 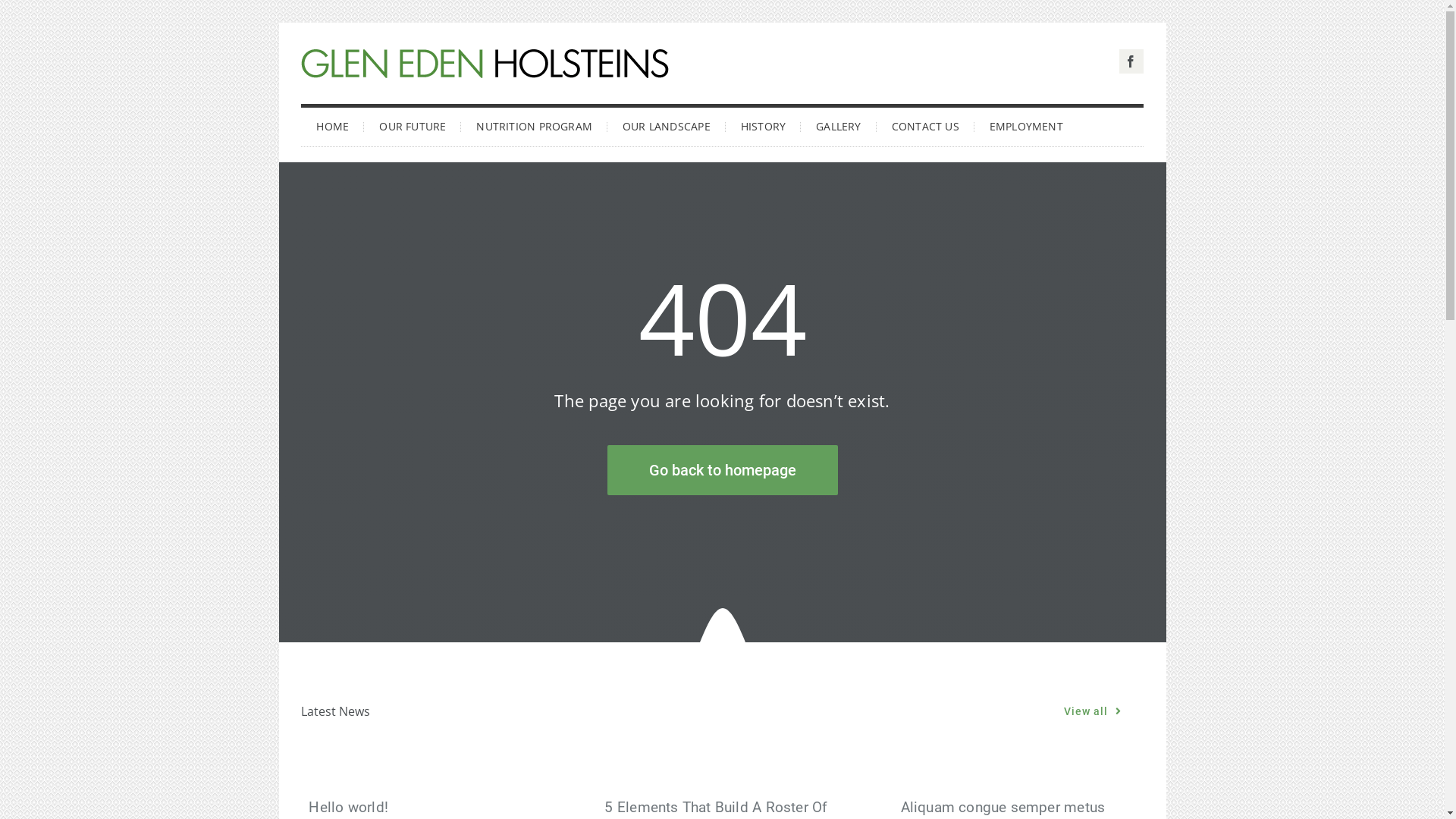 I want to click on 'GALLERY', so click(x=837, y=124).